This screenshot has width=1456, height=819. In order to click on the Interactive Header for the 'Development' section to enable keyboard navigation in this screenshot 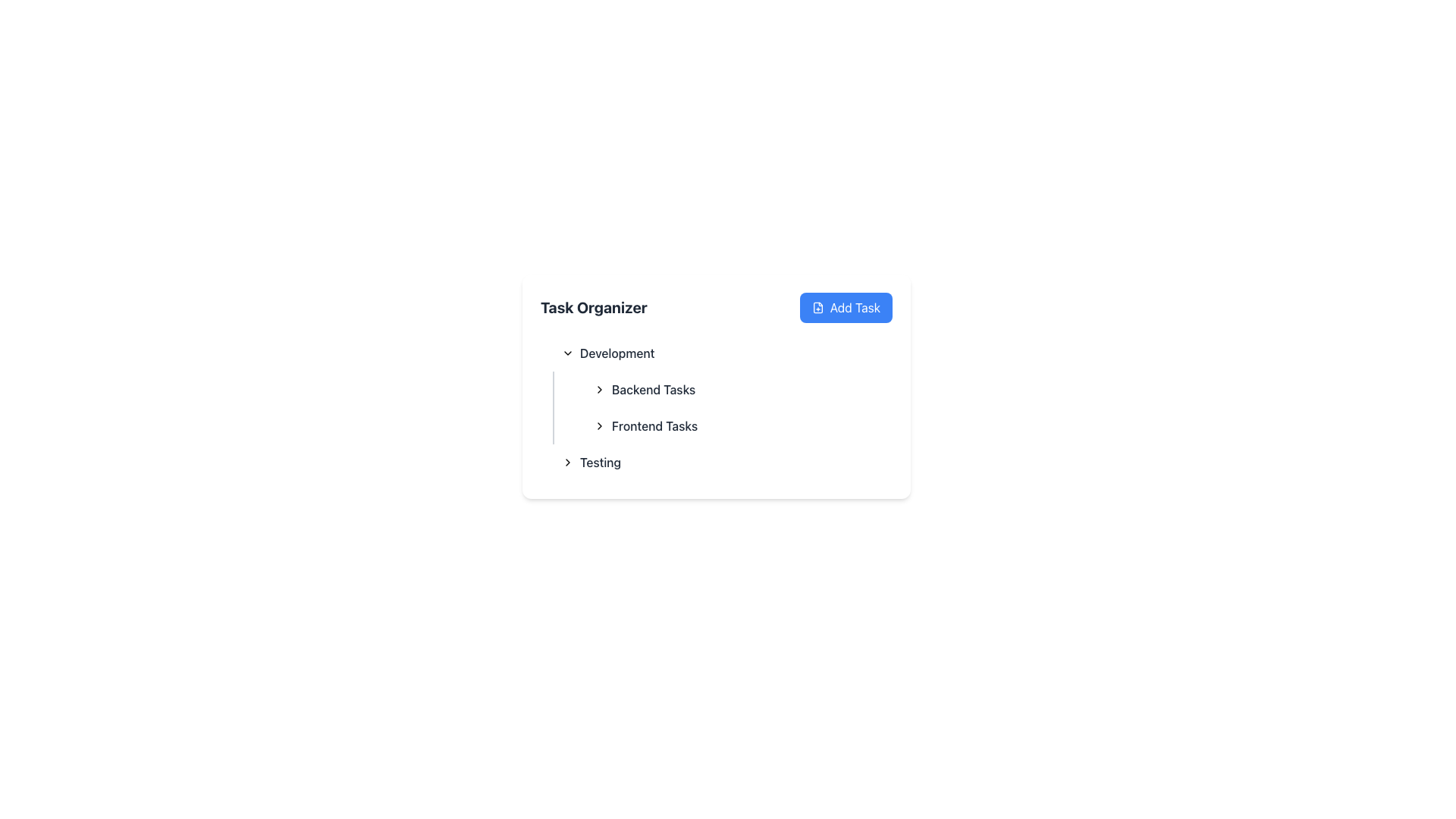, I will do `click(722, 353)`.